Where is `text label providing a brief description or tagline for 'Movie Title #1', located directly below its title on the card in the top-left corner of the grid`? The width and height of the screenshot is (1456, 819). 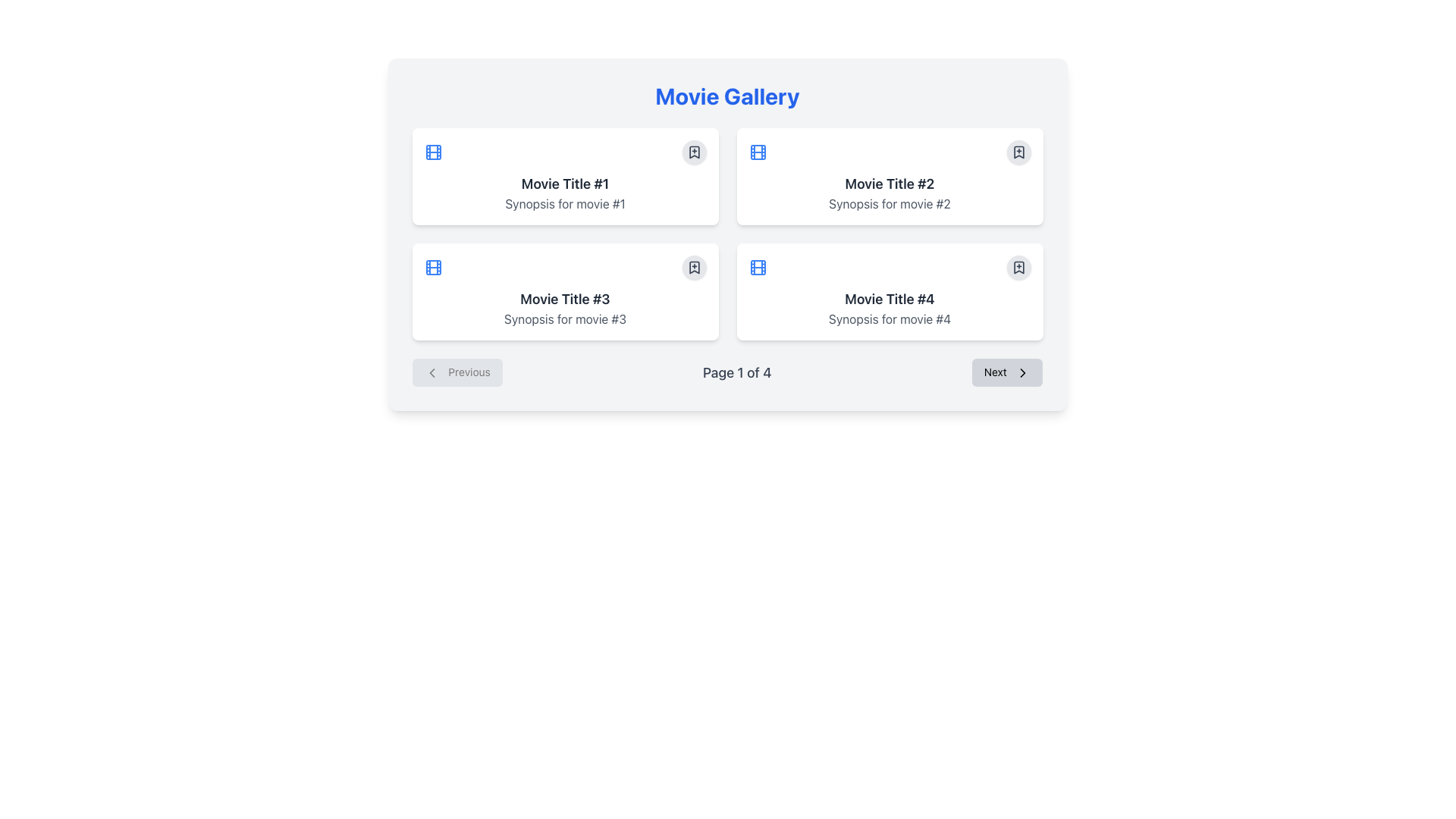 text label providing a brief description or tagline for 'Movie Title #1', located directly below its title on the card in the top-left corner of the grid is located at coordinates (564, 203).